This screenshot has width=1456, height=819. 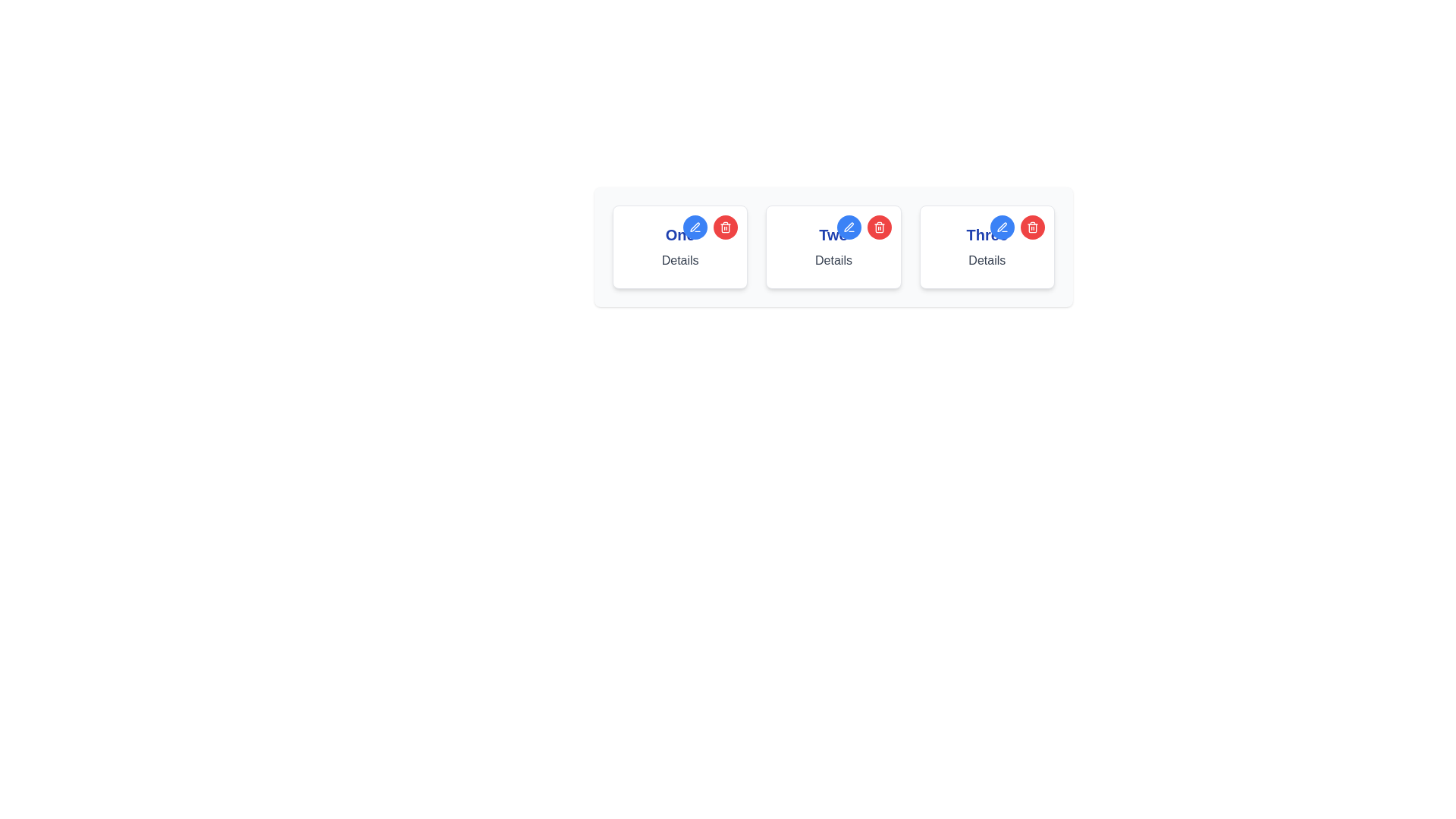 I want to click on the blue circular button with a white pen icon in the top-right corner of the first card, so click(x=695, y=227).